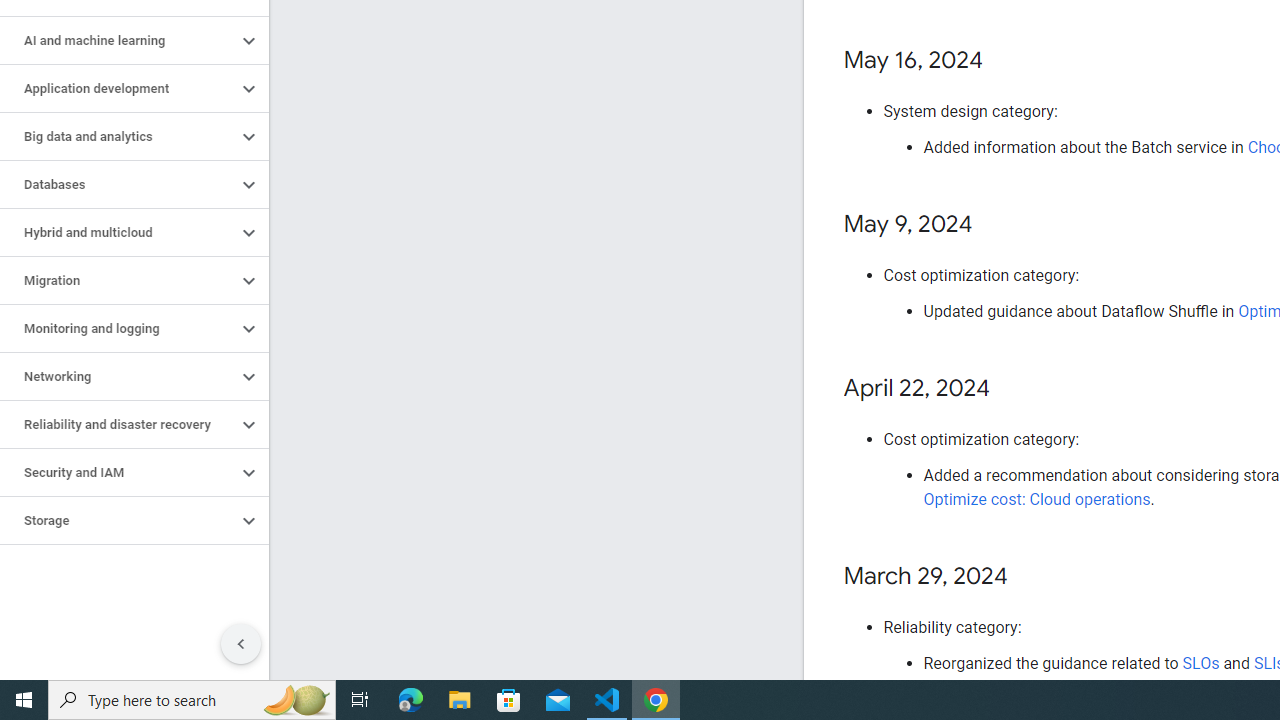 This screenshot has width=1280, height=720. Describe the element at coordinates (117, 519) in the screenshot. I see `'Storage'` at that location.